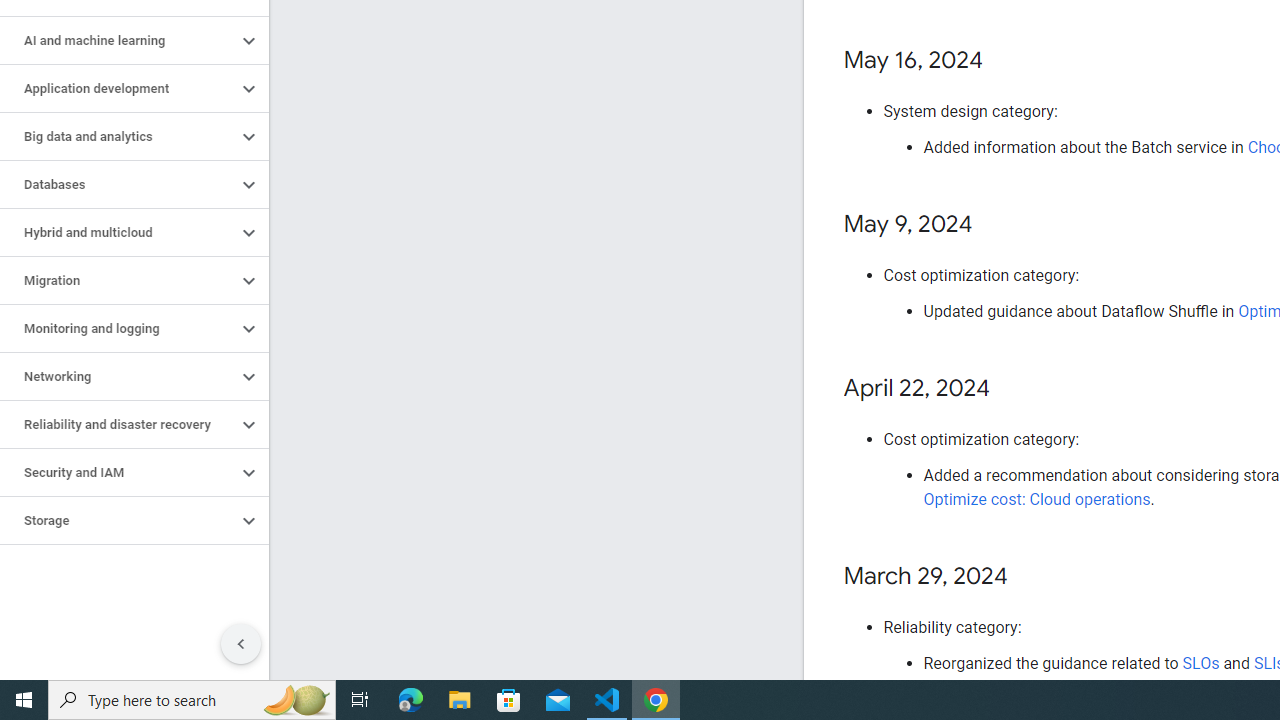 This screenshot has width=1280, height=720. Describe the element at coordinates (117, 519) in the screenshot. I see `'Storage'` at that location.